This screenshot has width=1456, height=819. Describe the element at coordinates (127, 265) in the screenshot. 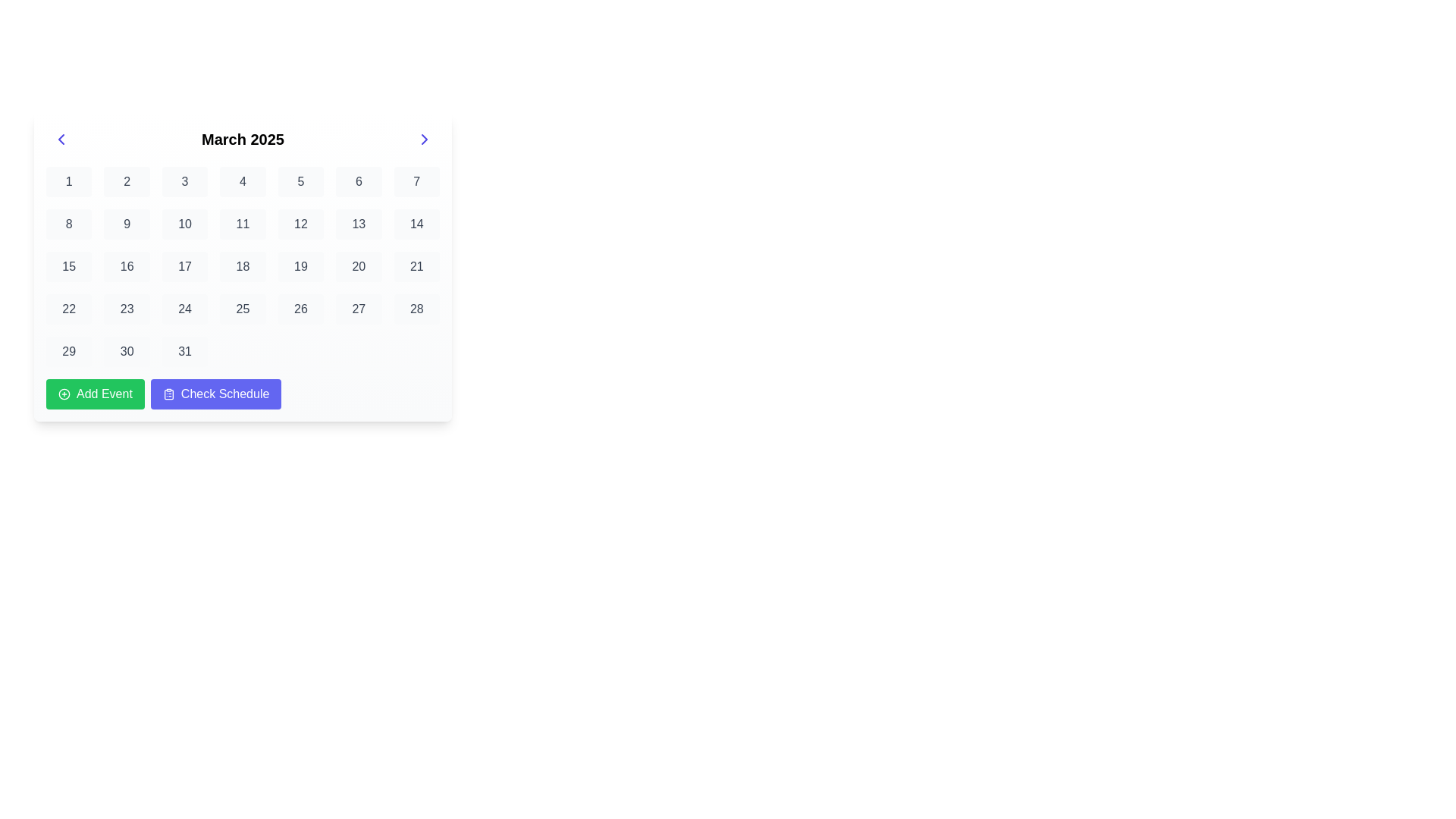

I see `the button representing the 16th day in the calendar view` at that location.